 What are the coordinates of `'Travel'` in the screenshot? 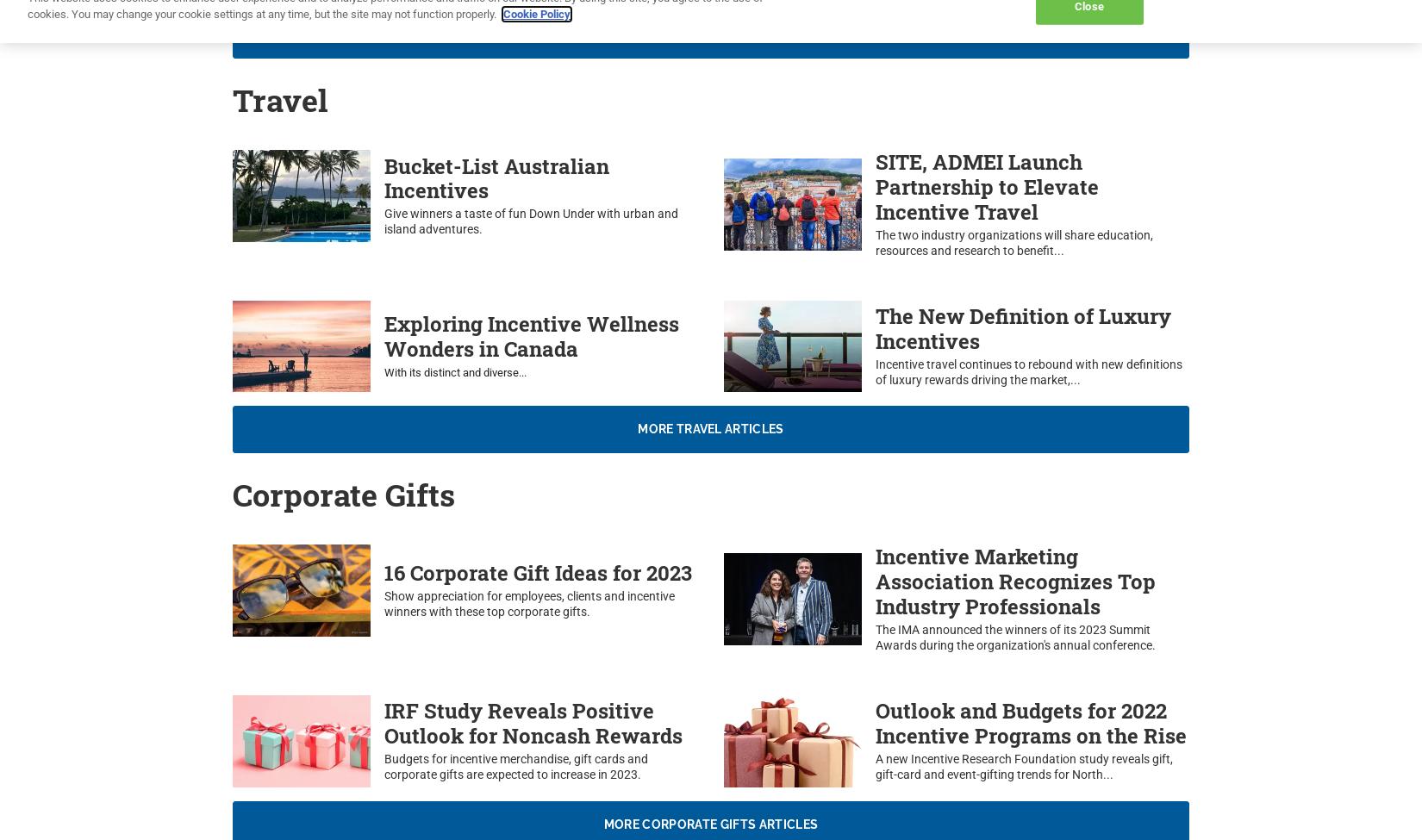 It's located at (232, 99).